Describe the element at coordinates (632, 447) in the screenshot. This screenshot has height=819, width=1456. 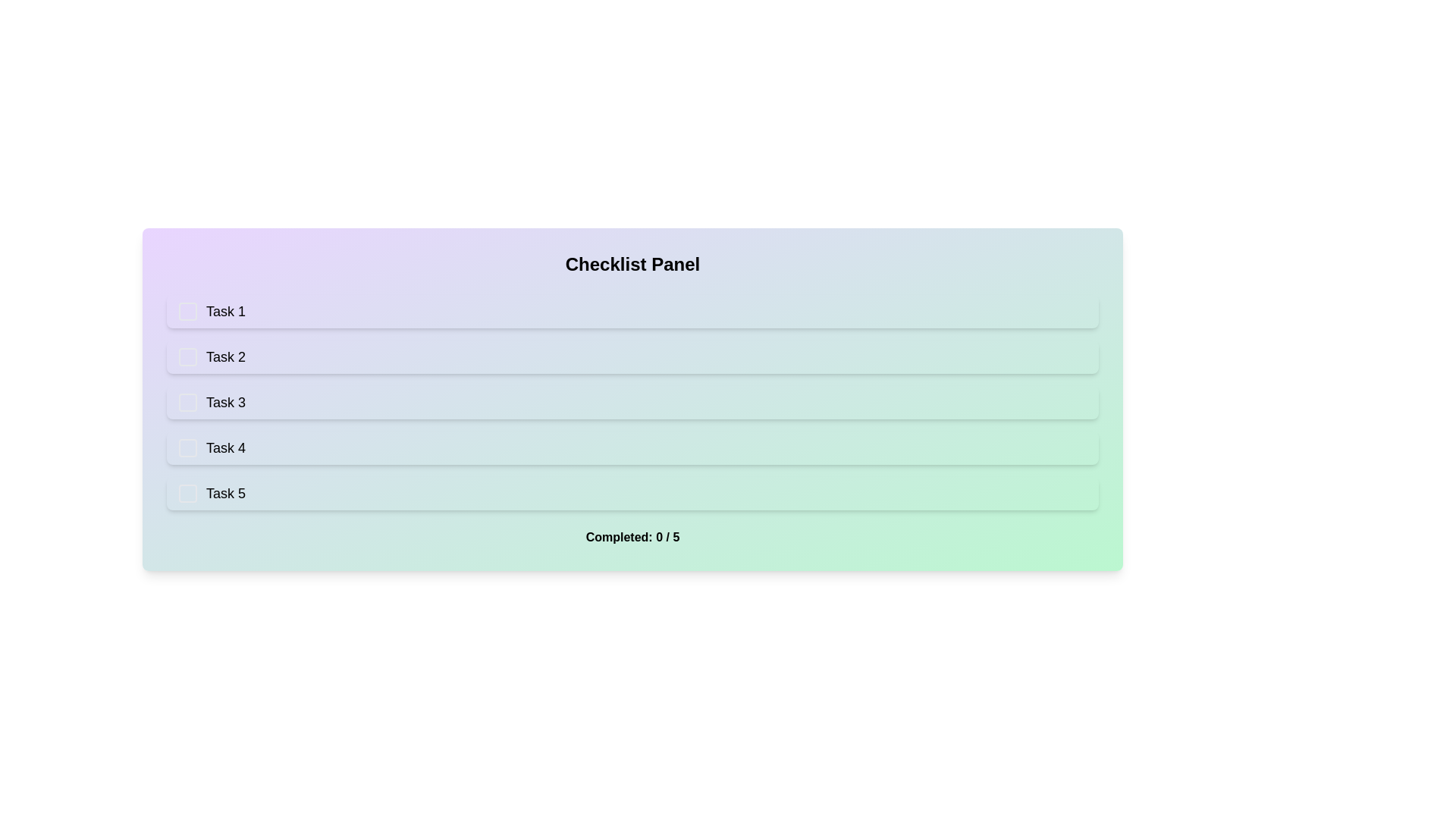
I see `the checklist item Task 4` at that location.